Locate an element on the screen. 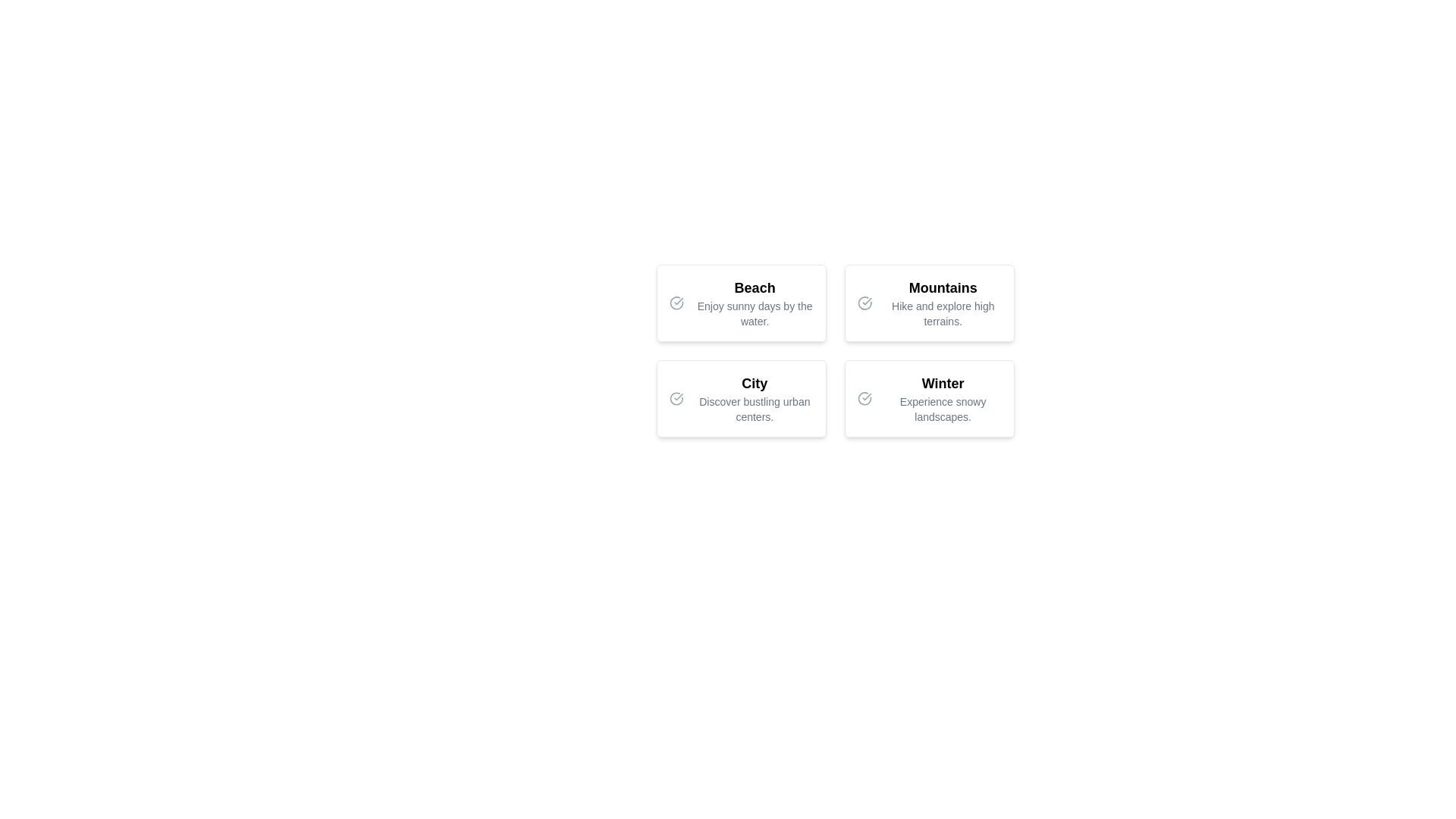 The height and width of the screenshot is (819, 1456). the static text content providing supplementary information about the 'Winter' section, located within the 'Winter' card and positioned below the title is located at coordinates (942, 409).